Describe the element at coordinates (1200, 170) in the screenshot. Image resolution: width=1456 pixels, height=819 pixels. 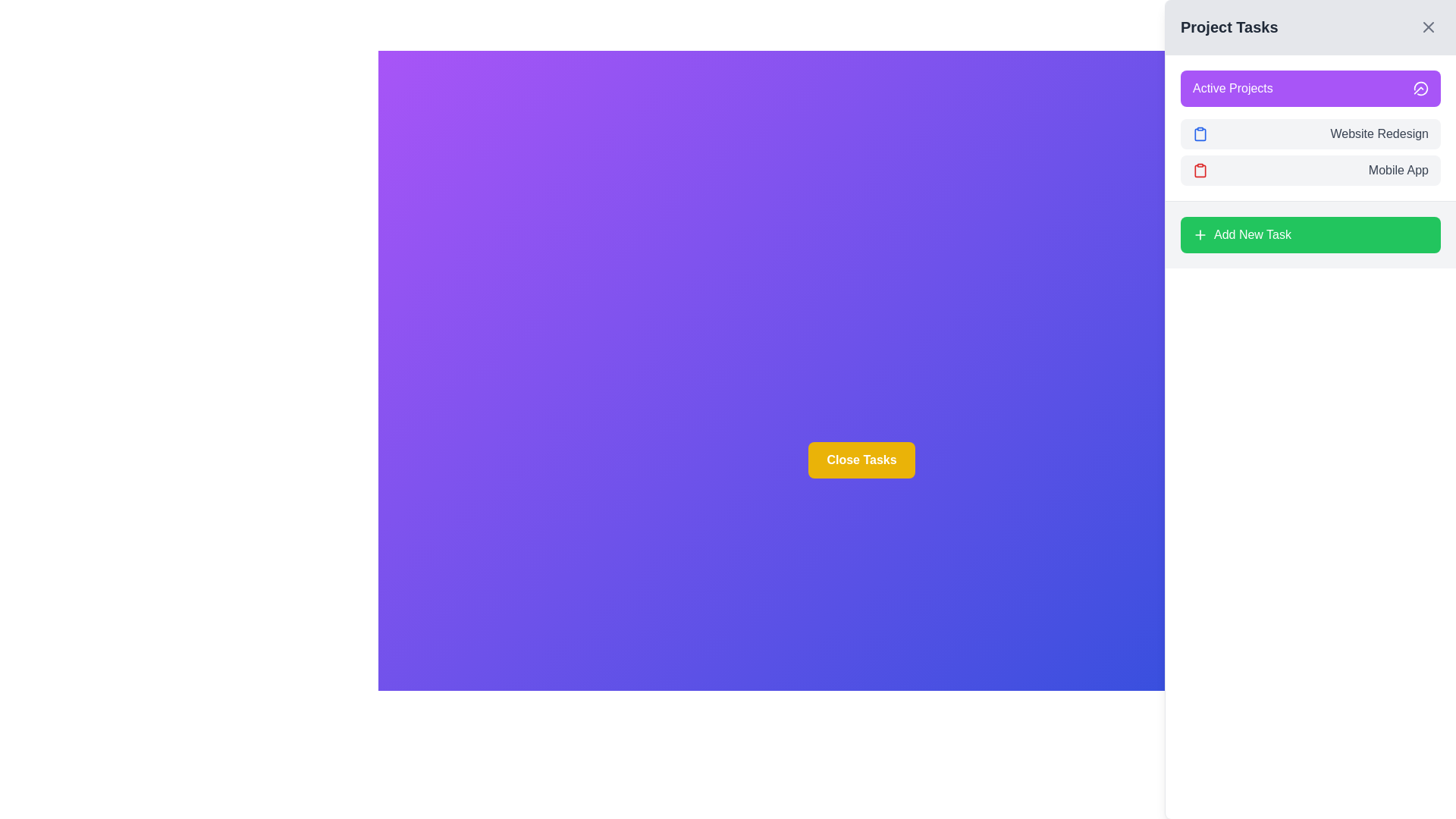
I see `the clipboard icon located next to the 'Mobile App' label in the Project Tasks sidebar` at that location.